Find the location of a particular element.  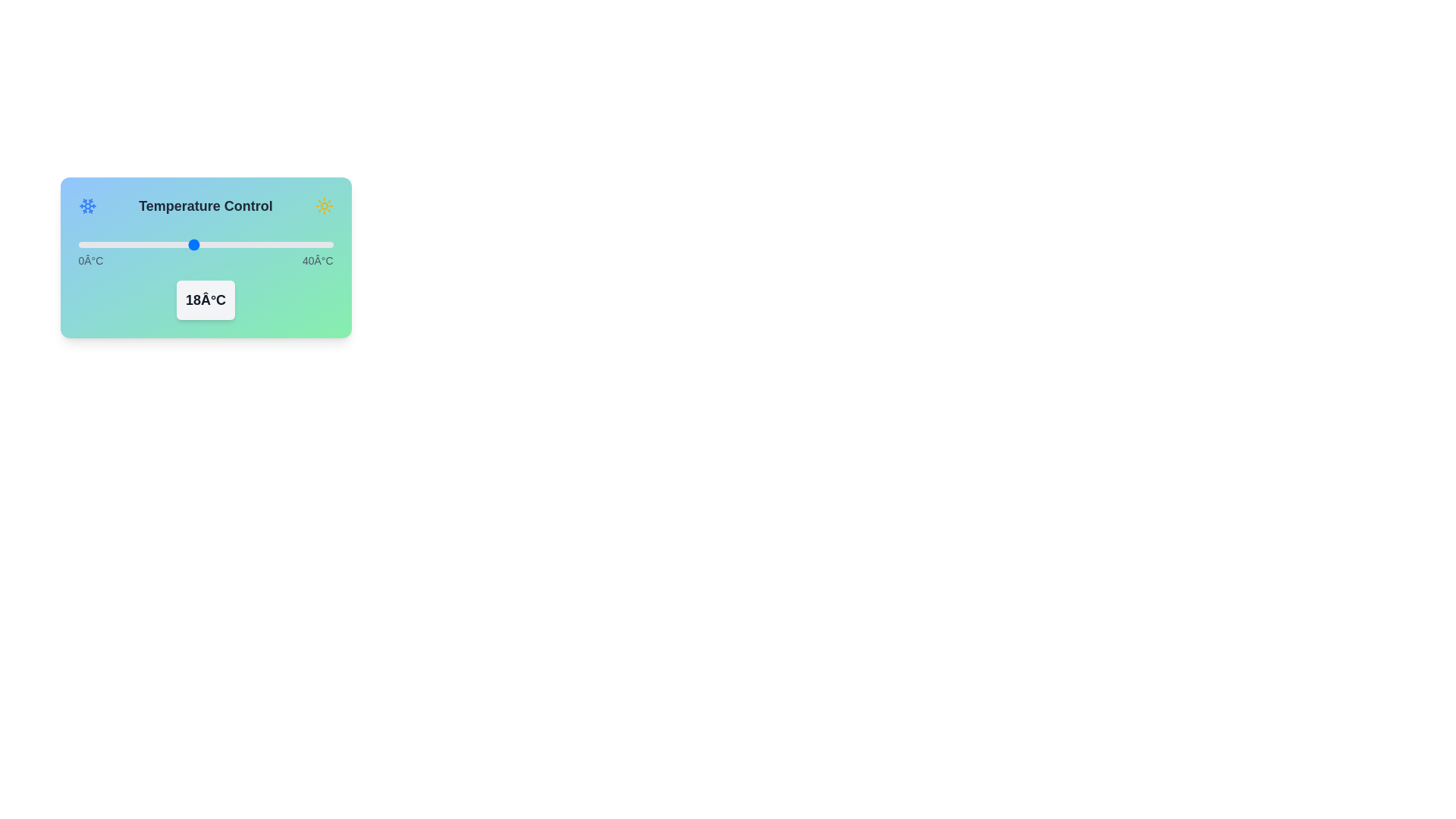

the temperature slider to 11°C to inspect the theme indicator is located at coordinates (148, 244).